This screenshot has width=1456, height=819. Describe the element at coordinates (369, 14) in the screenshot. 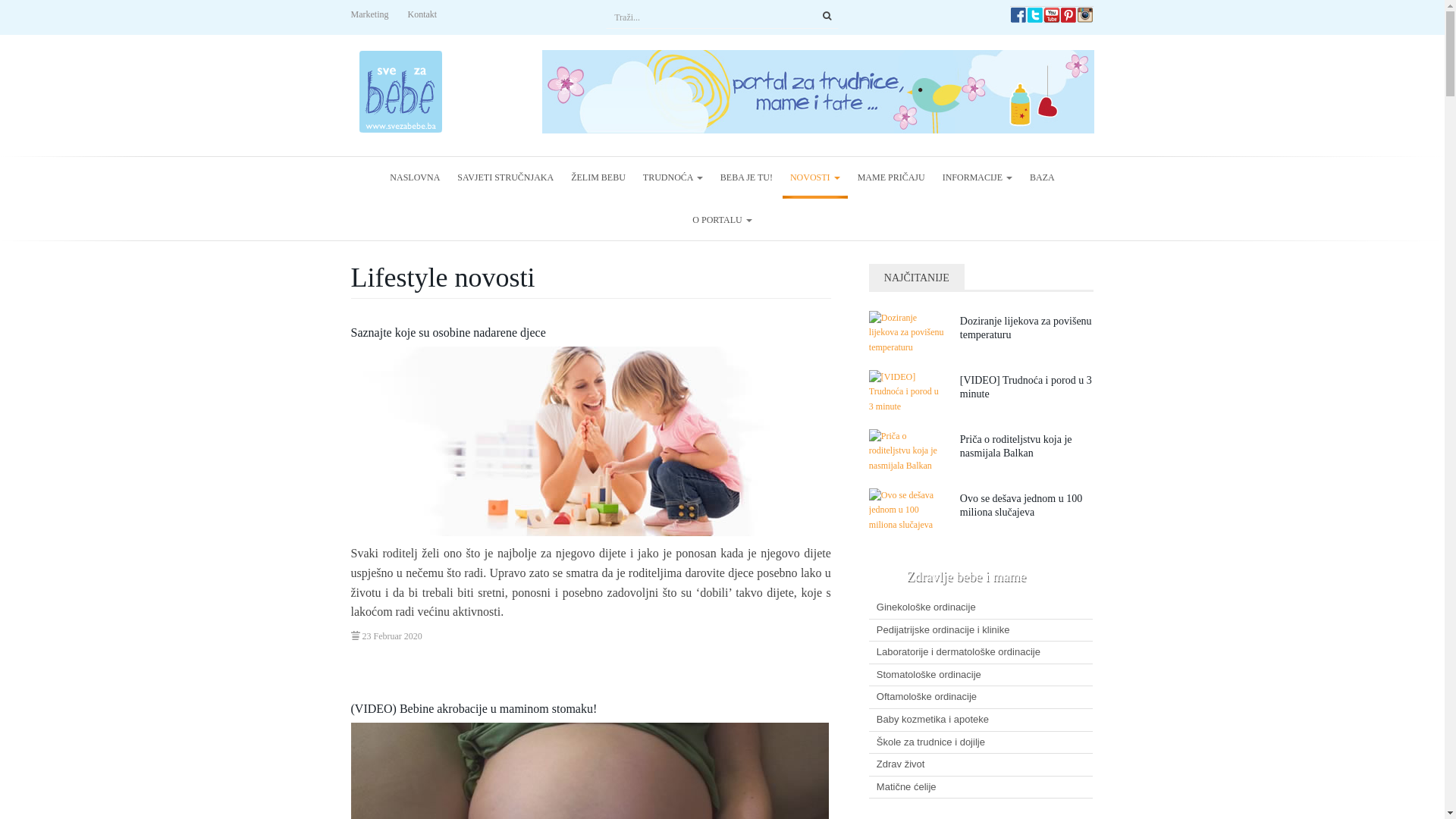

I see `'Marketing'` at that location.